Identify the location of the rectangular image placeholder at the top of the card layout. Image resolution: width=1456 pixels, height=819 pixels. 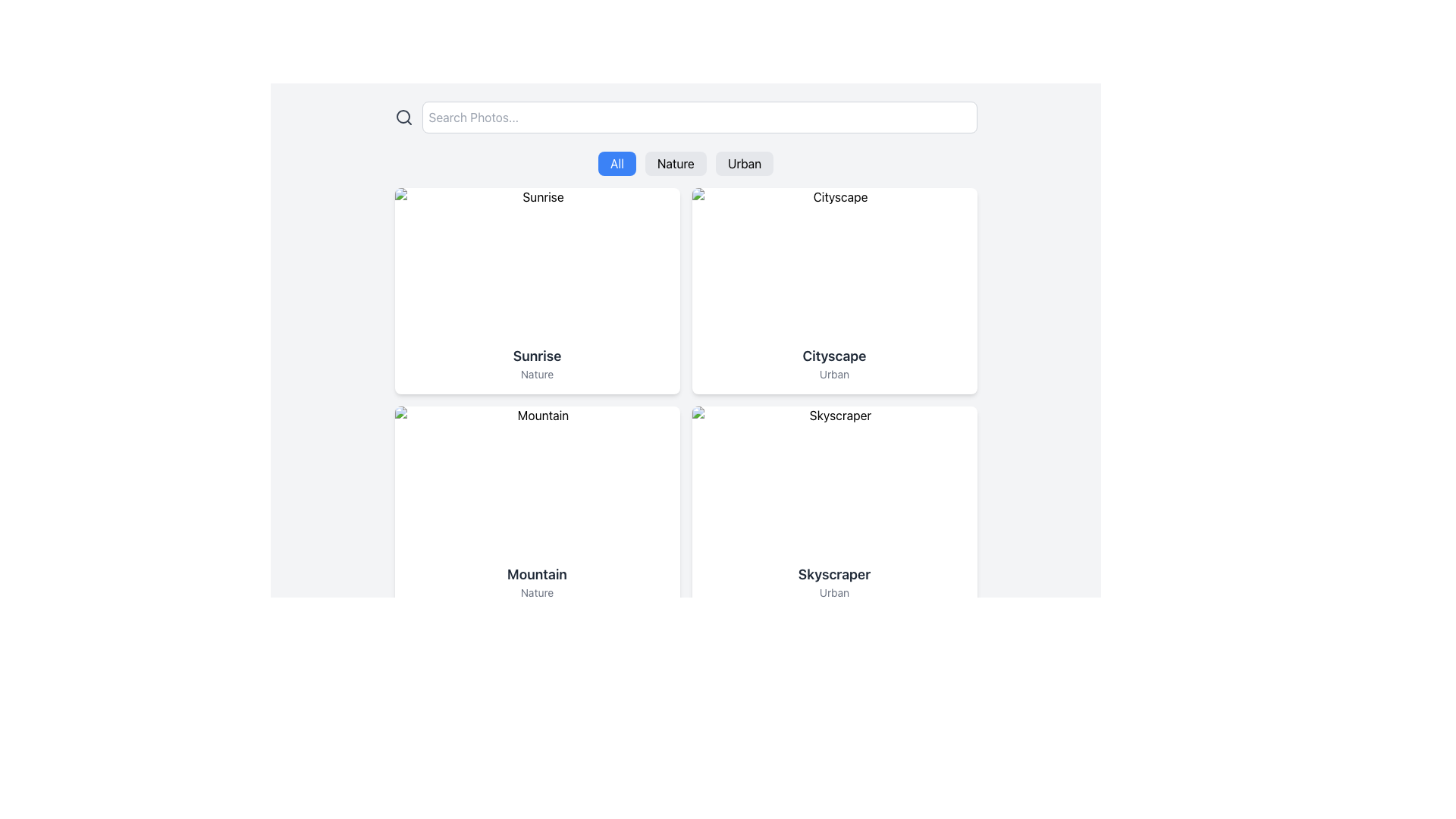
(833, 479).